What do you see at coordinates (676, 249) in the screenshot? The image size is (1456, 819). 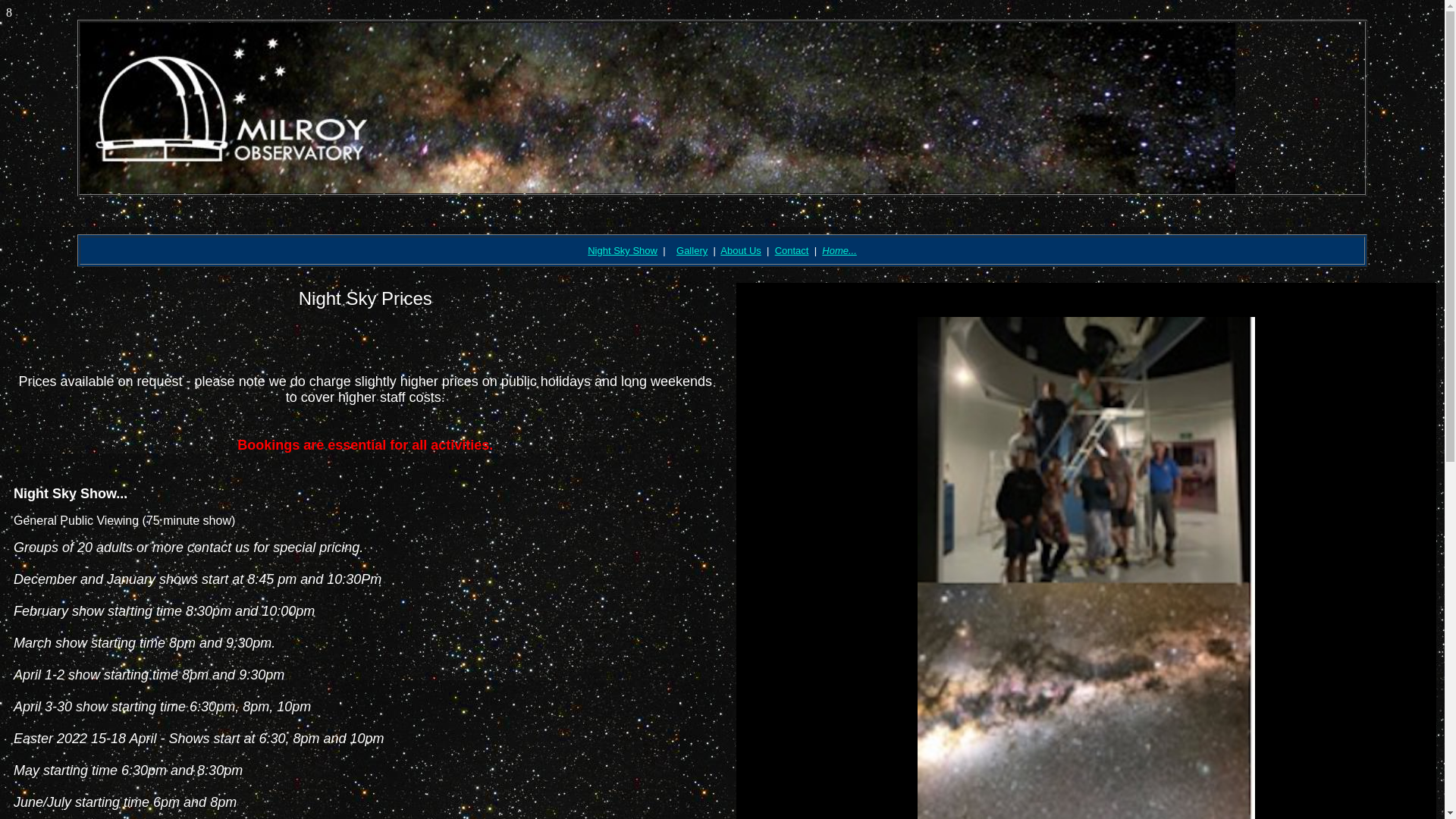 I see `'Gallery'` at bounding box center [676, 249].